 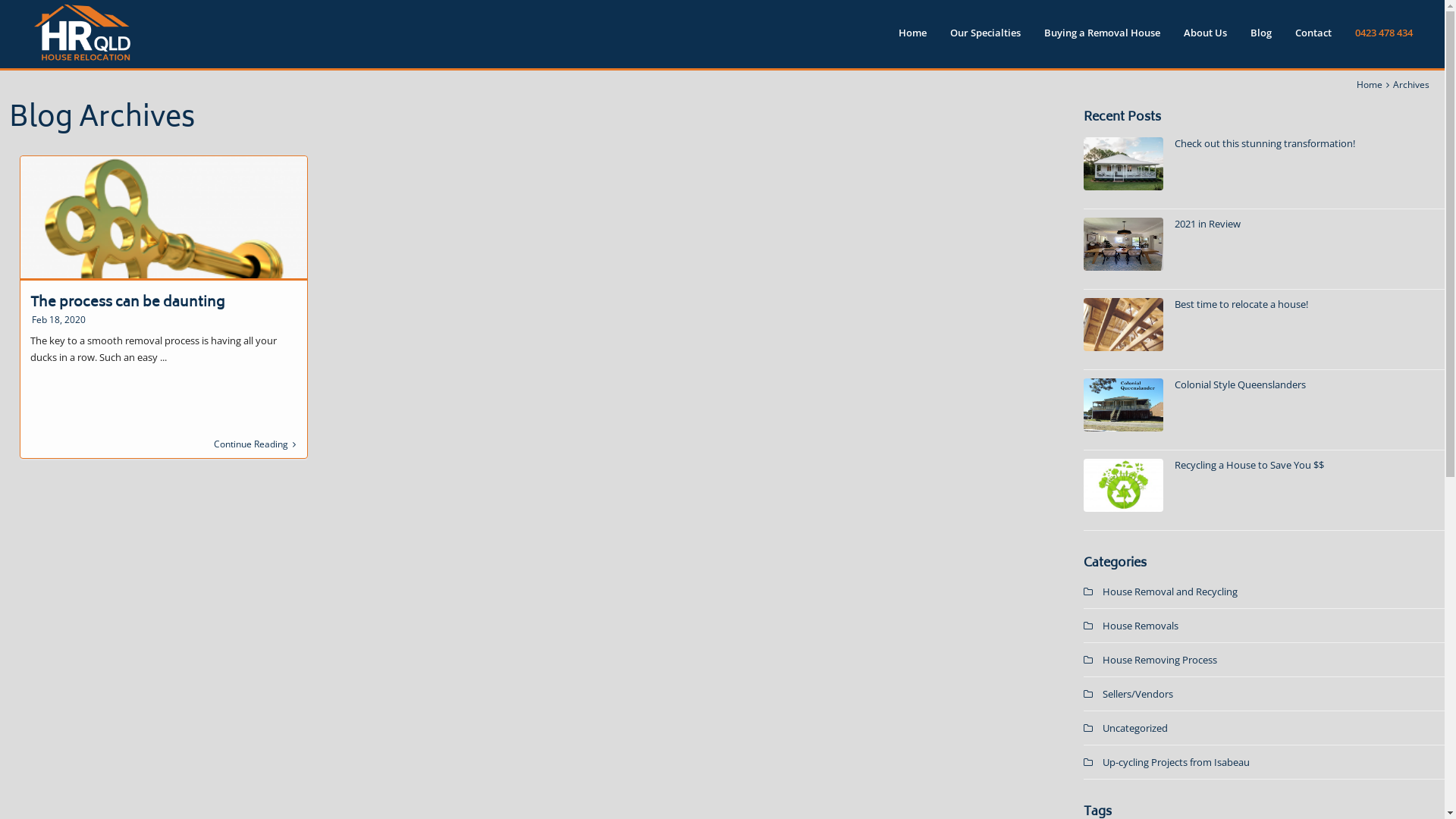 What do you see at coordinates (1204, 37) in the screenshot?
I see `'About Us'` at bounding box center [1204, 37].